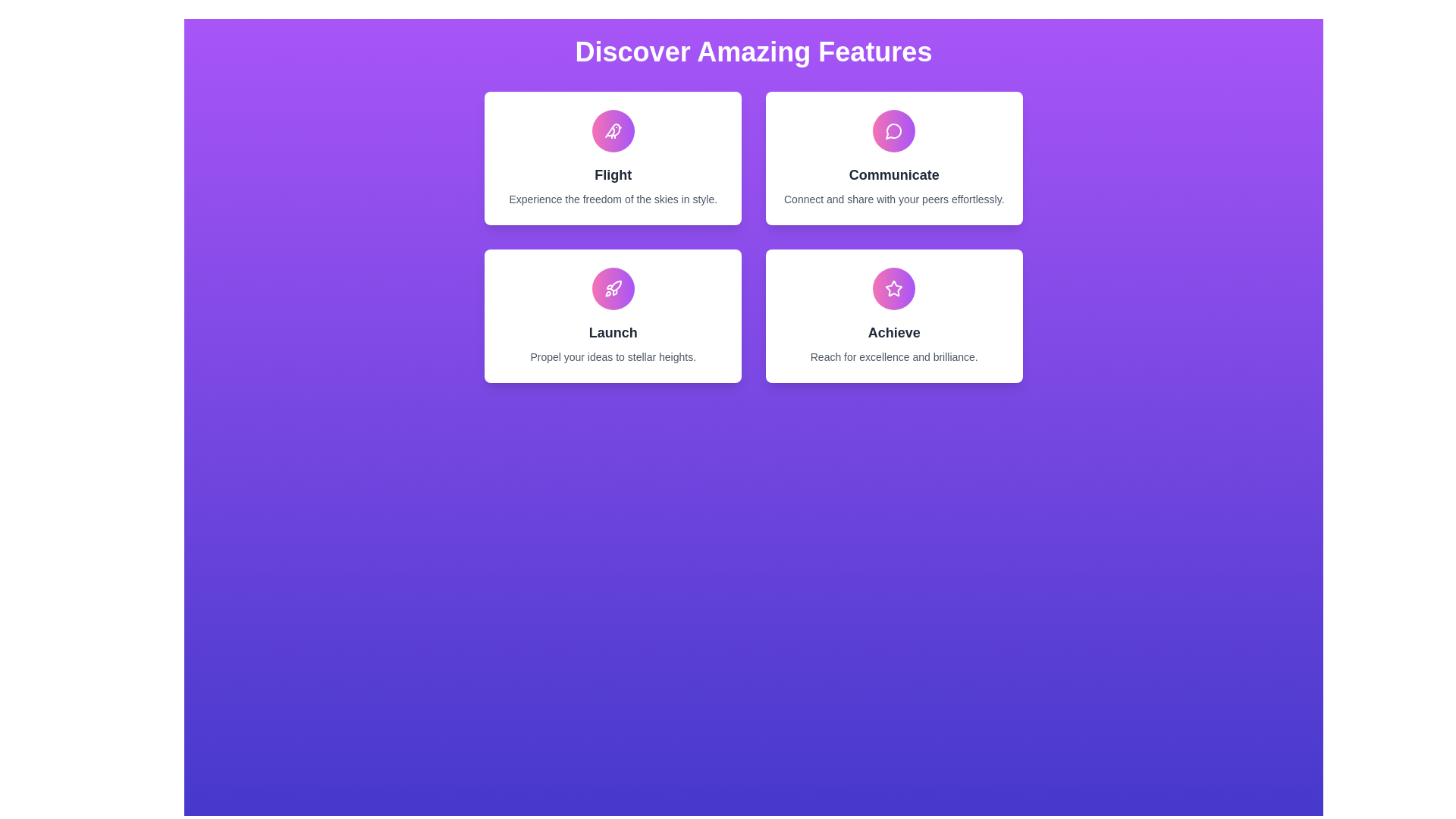 This screenshot has width=1456, height=819. What do you see at coordinates (894, 356) in the screenshot?
I see `the descriptive text element located at the bottom section of the white card associated with the 'Achieve' feature, which is directly underneath the 'Achieve' heading` at bounding box center [894, 356].